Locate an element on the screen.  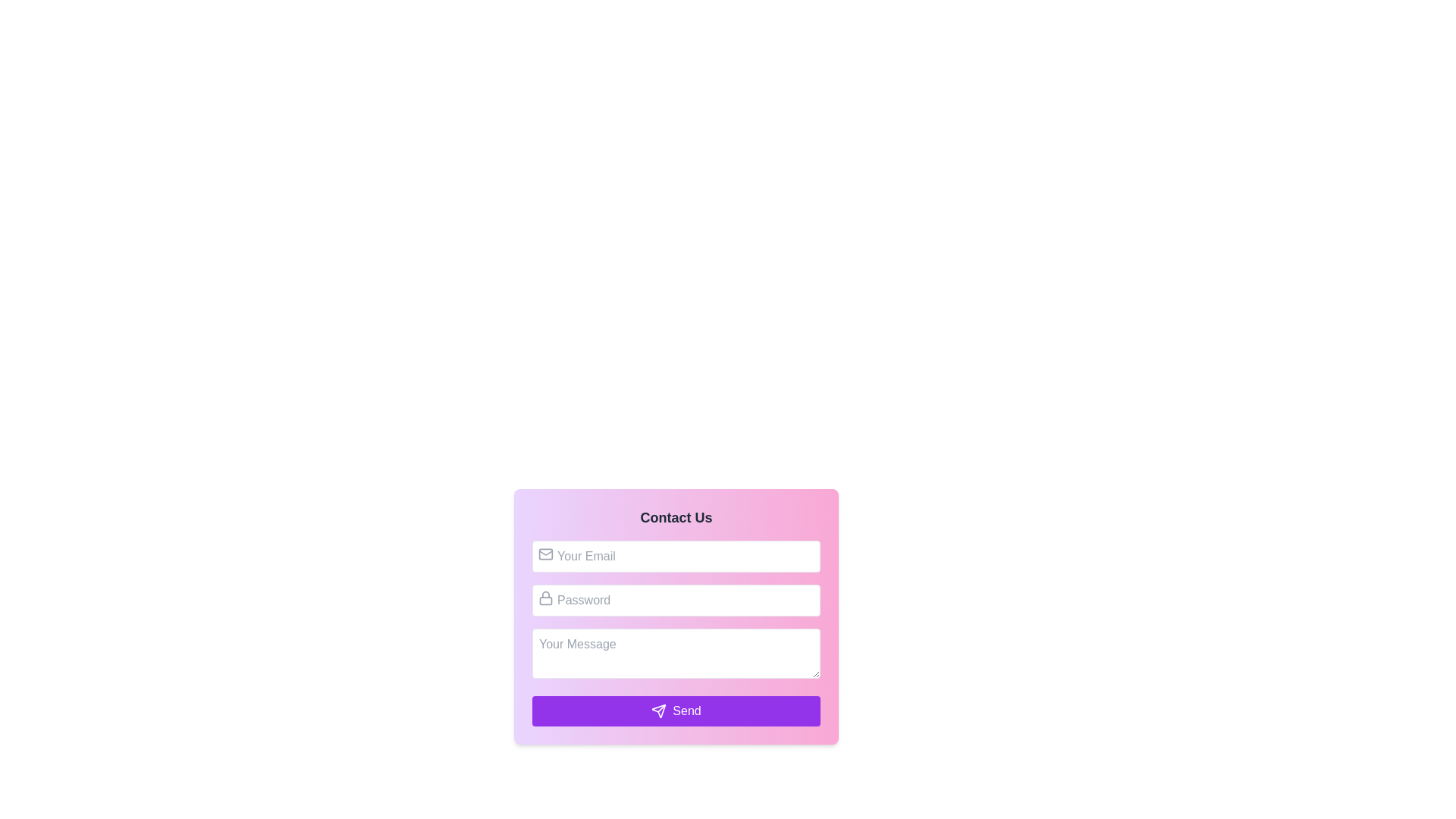
the password input field located below the 'Email' input field and above the 'Your Message' text area to focus on it is located at coordinates (676, 617).